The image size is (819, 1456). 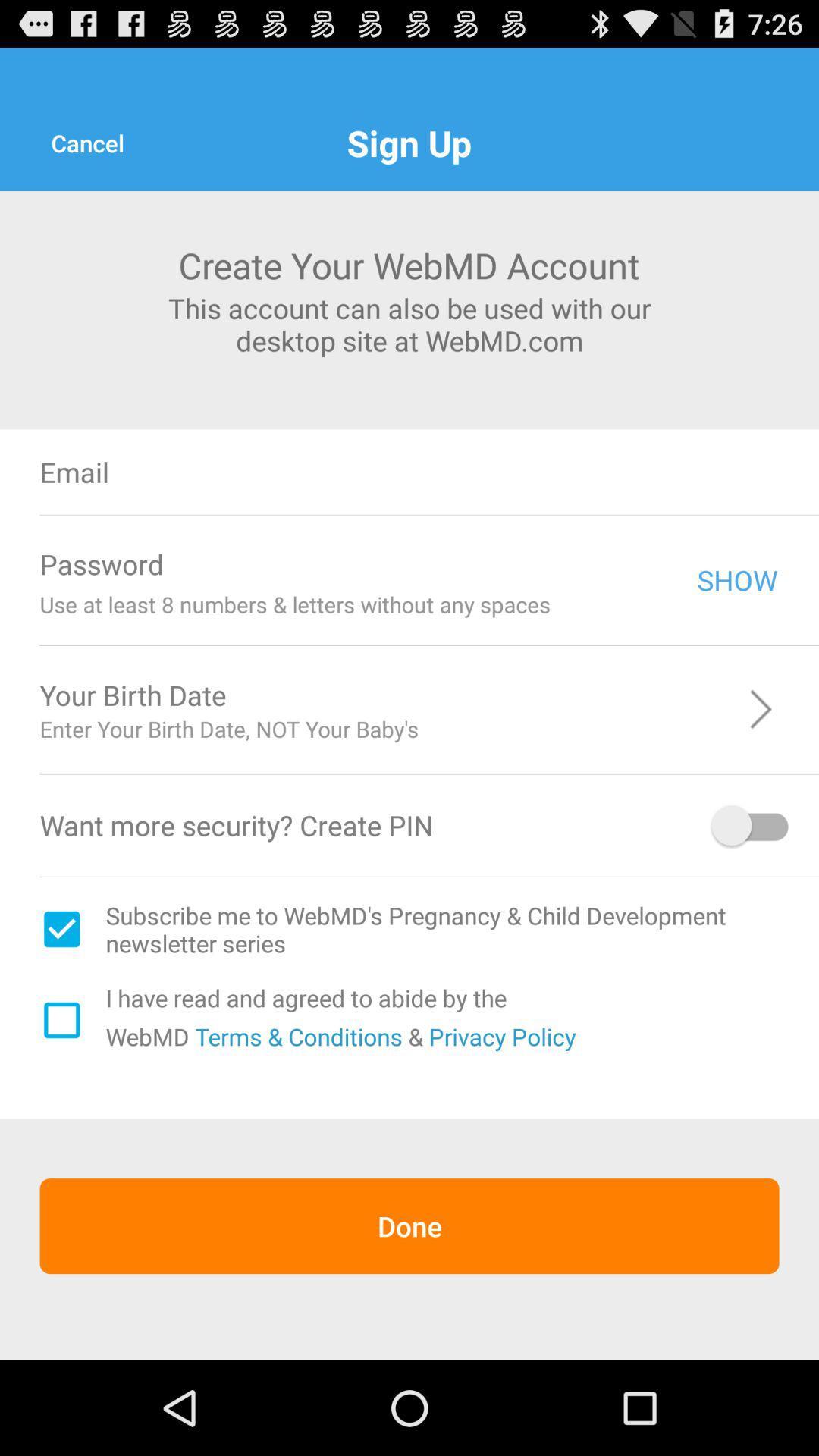 What do you see at coordinates (87, 143) in the screenshot?
I see `the cancel icon` at bounding box center [87, 143].